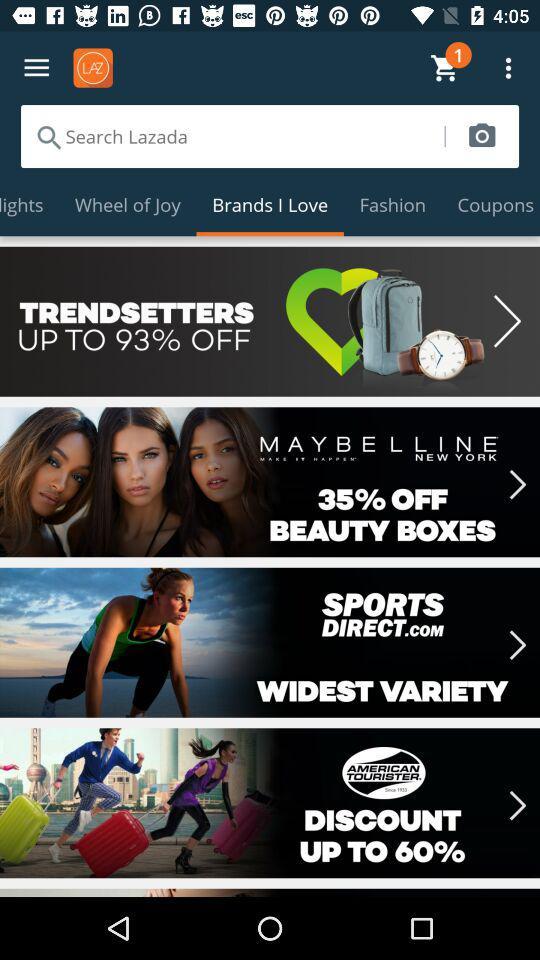  I want to click on its an advertisement, so click(270, 641).